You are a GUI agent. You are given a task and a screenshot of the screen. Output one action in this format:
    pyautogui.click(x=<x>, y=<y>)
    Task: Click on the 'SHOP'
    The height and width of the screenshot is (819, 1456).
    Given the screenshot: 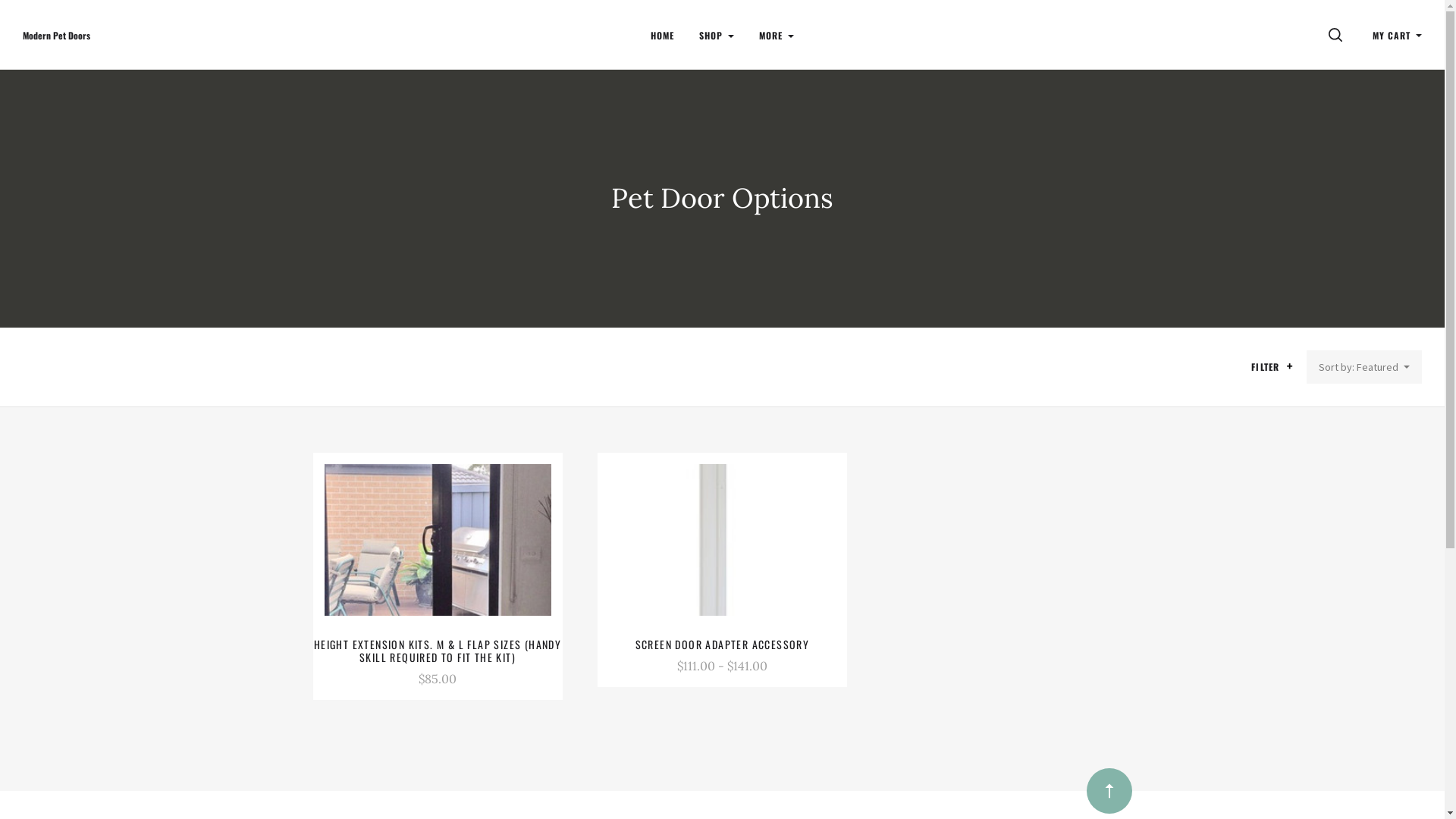 What is the action you would take?
    pyautogui.click(x=716, y=34)
    